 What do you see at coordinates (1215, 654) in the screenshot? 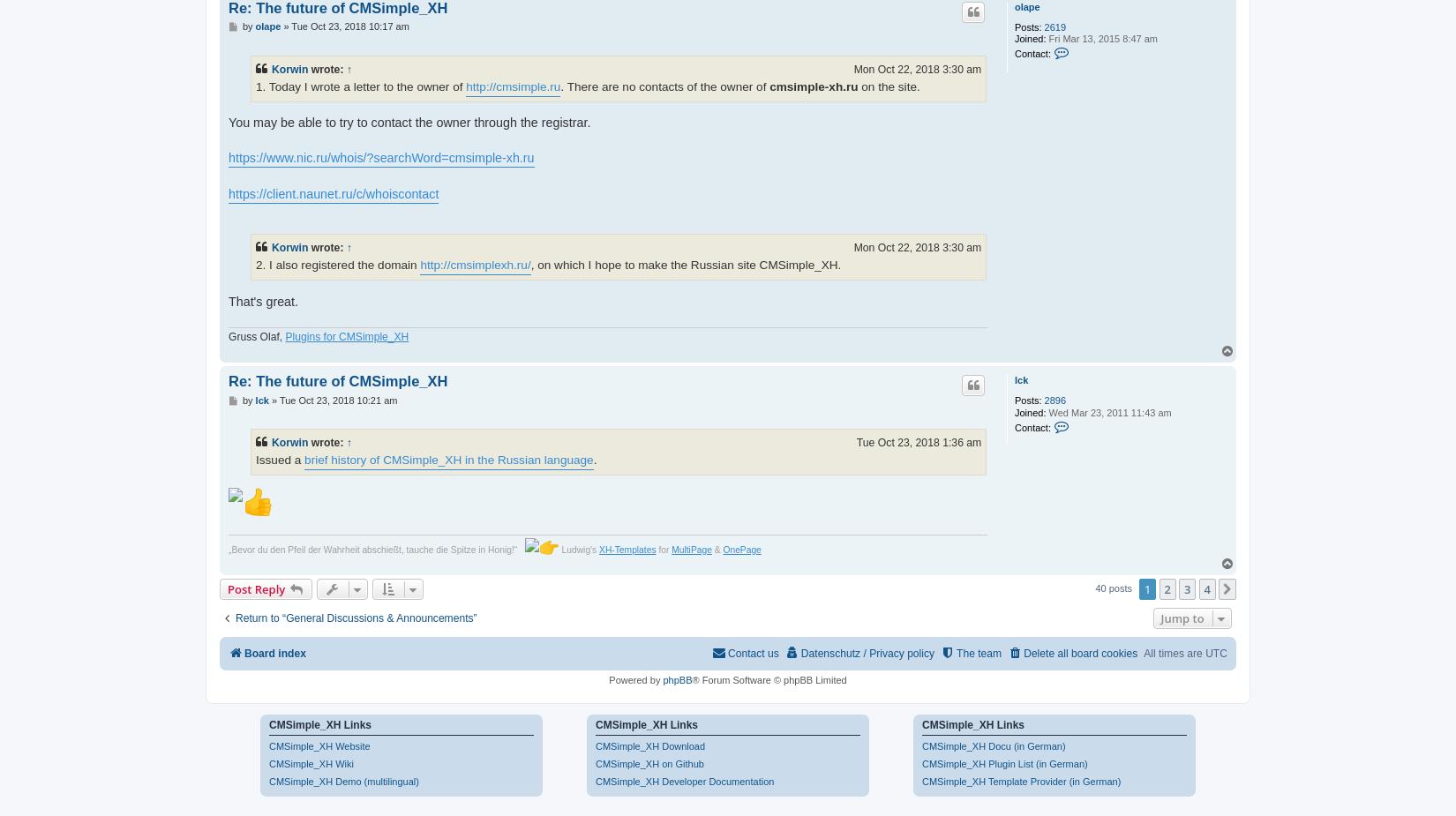
I see `'UTC'` at bounding box center [1215, 654].